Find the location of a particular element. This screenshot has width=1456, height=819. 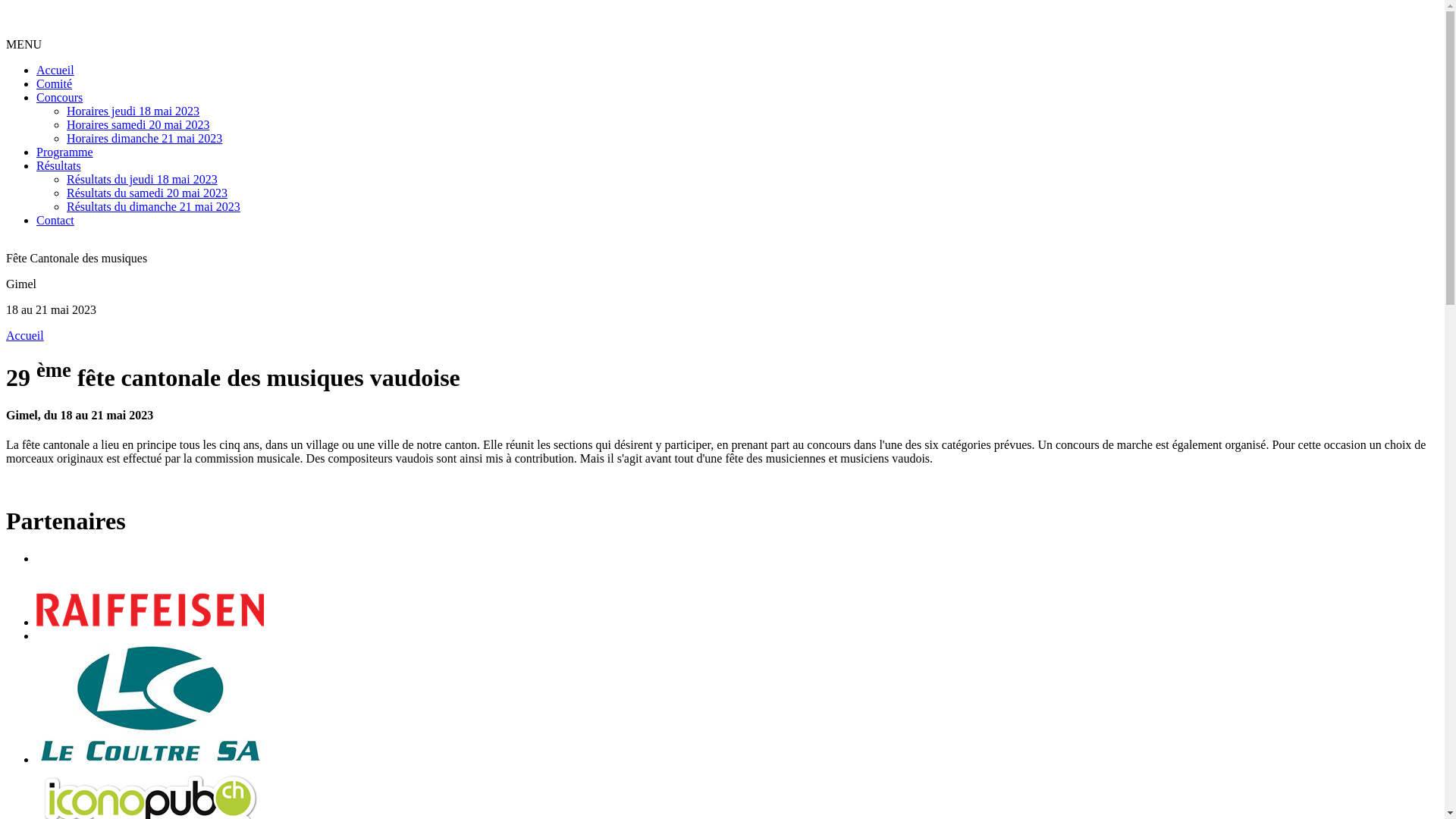

'Horaires samedi 20 mai 2023' is located at coordinates (138, 124).